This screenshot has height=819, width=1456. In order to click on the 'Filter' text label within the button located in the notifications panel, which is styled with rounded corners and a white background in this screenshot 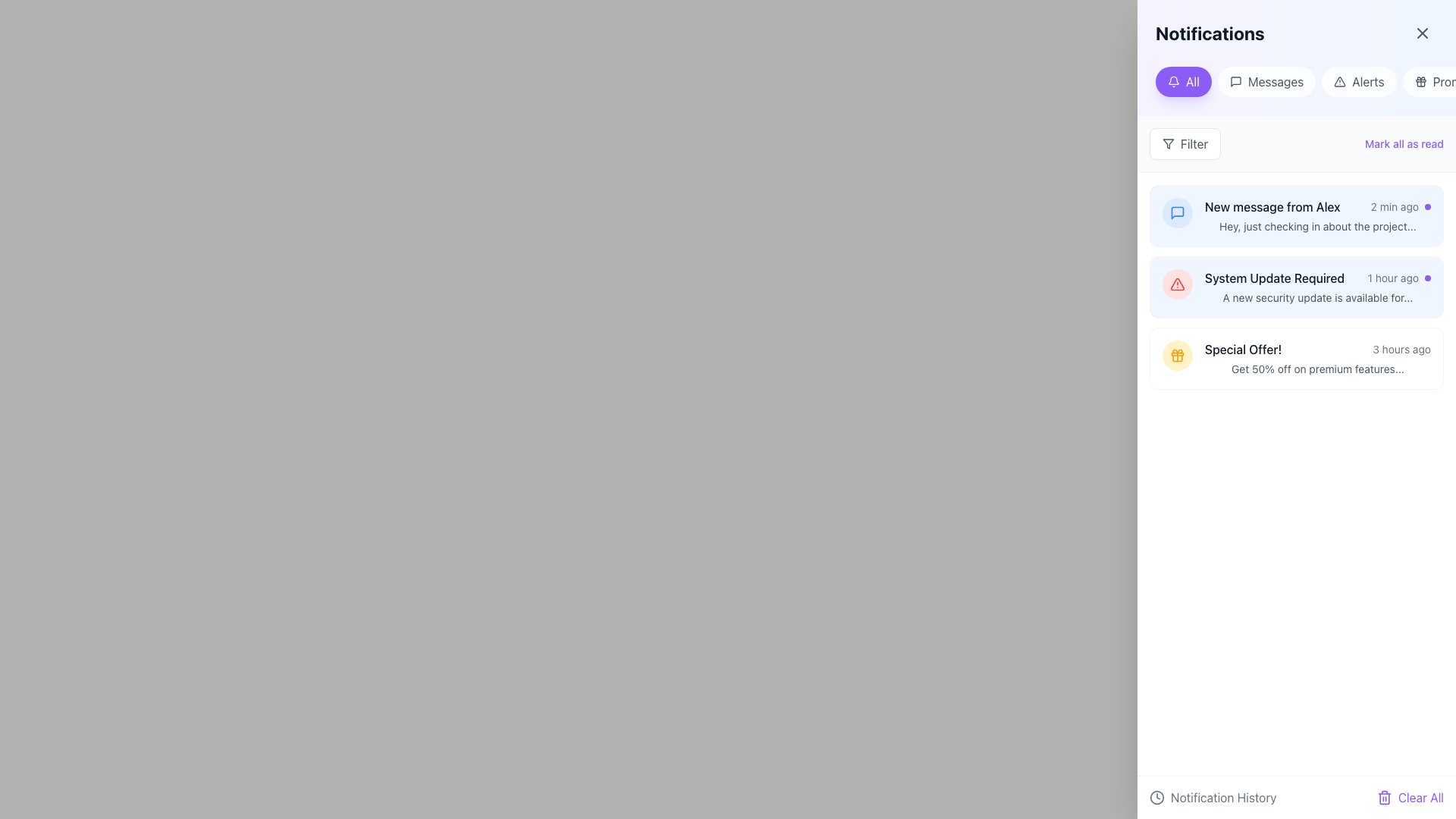, I will do `click(1194, 143)`.